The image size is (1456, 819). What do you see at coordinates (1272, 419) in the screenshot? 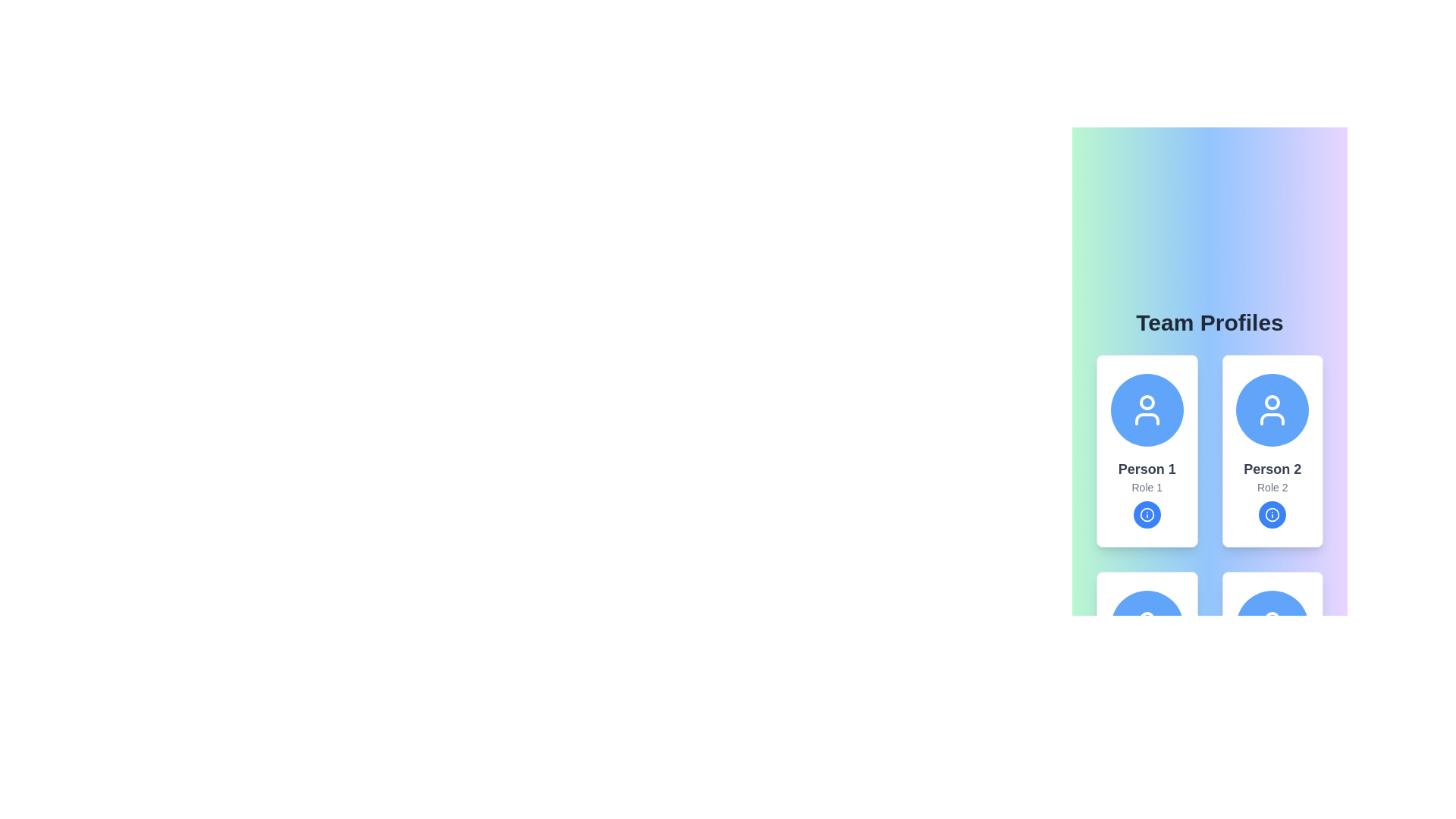
I see `the lower part of the person icon illustration within the second user profile card labeled 'Person 2 Role 2'` at bounding box center [1272, 419].